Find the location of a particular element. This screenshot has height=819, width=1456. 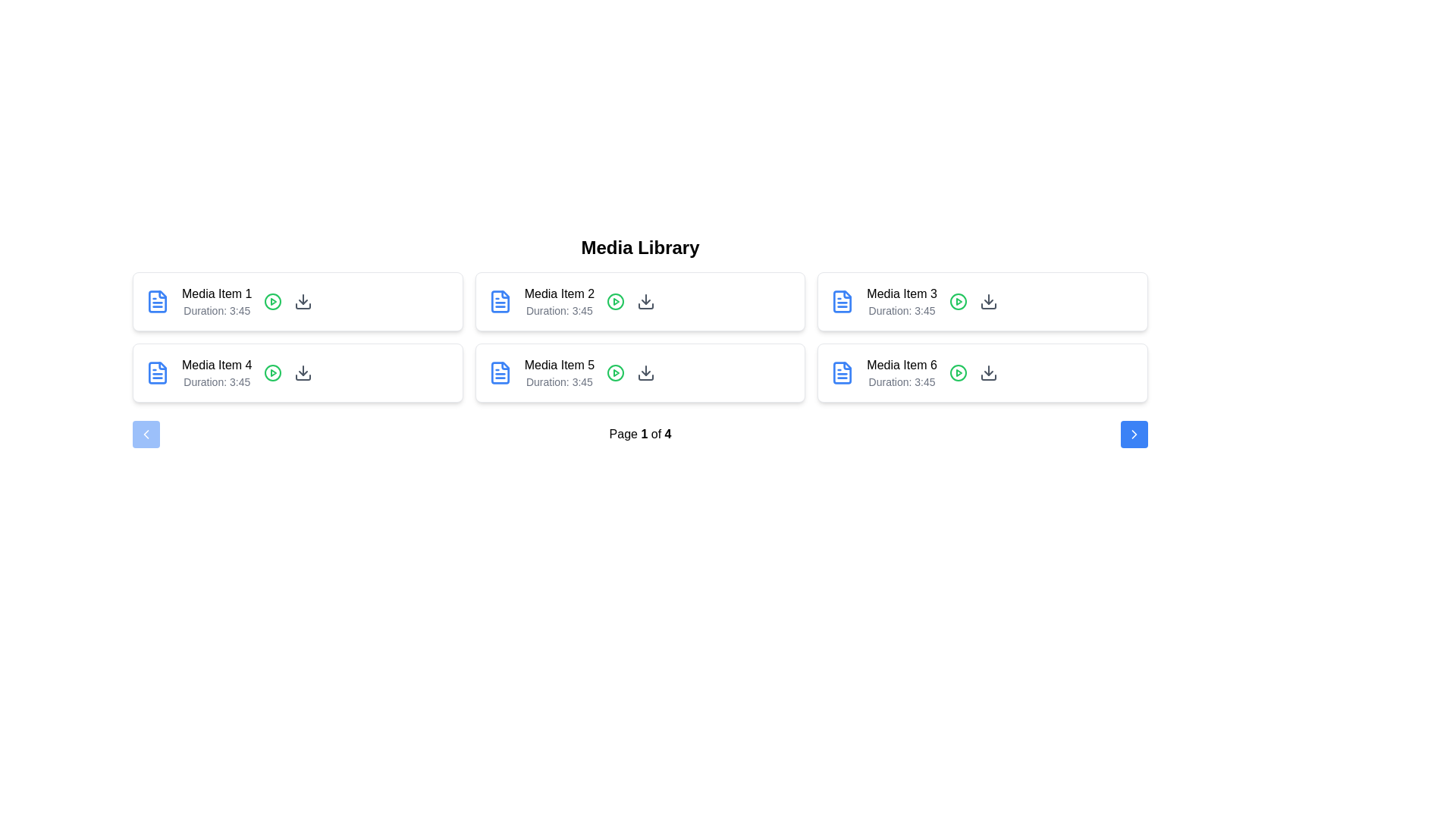

the green circular play button icon located within the 'Media Item 6' card is located at coordinates (957, 373).